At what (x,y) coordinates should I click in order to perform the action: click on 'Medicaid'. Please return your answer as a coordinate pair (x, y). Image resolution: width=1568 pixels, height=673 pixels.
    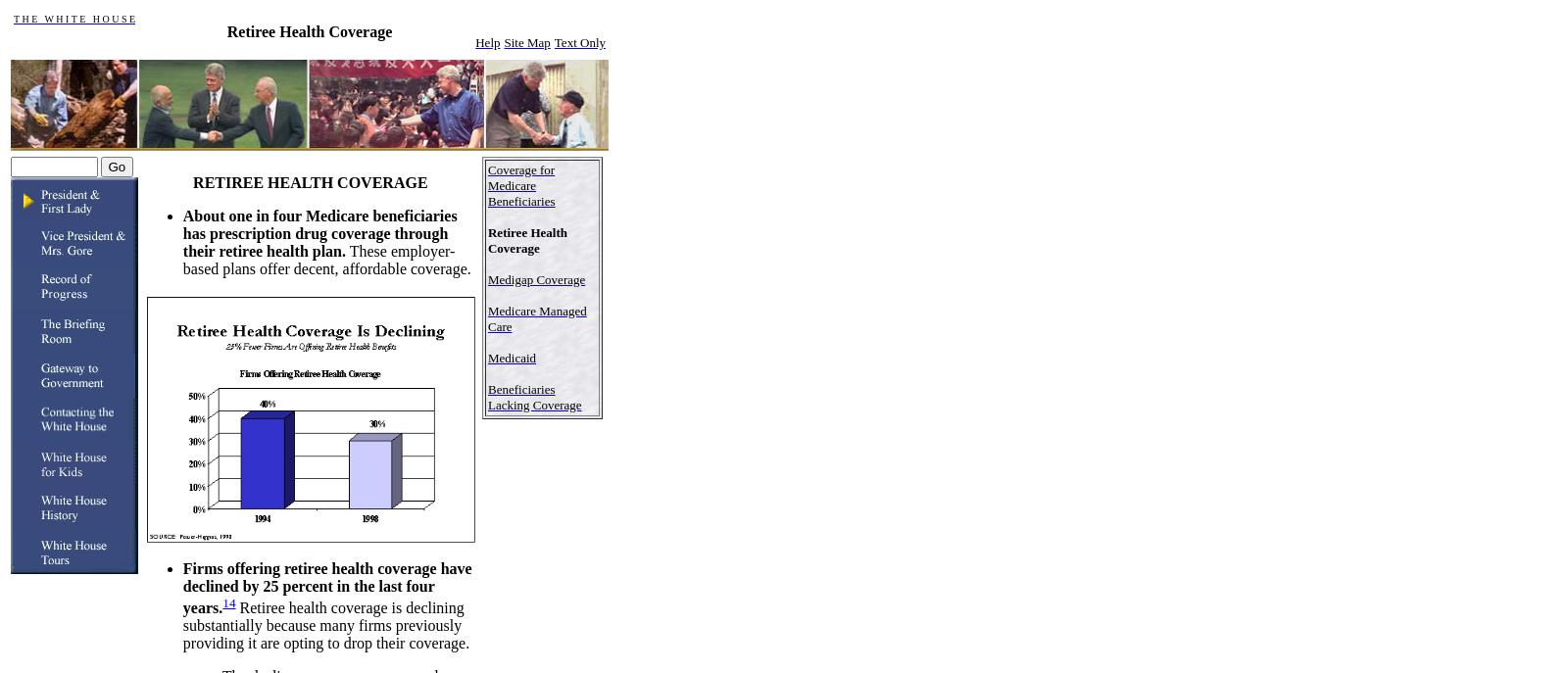
    Looking at the image, I should click on (510, 357).